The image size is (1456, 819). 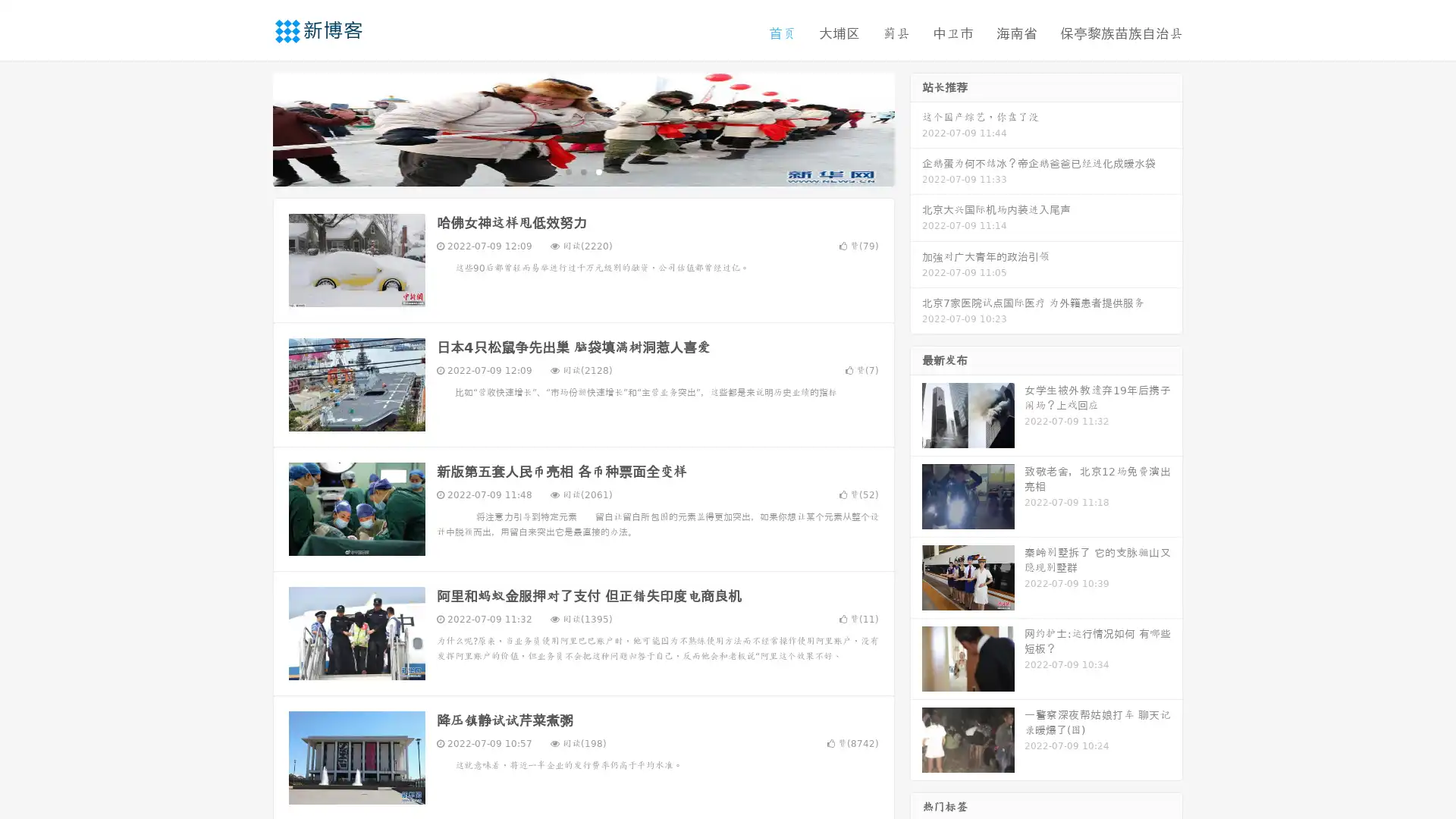 I want to click on Go to slide 3, so click(x=598, y=171).